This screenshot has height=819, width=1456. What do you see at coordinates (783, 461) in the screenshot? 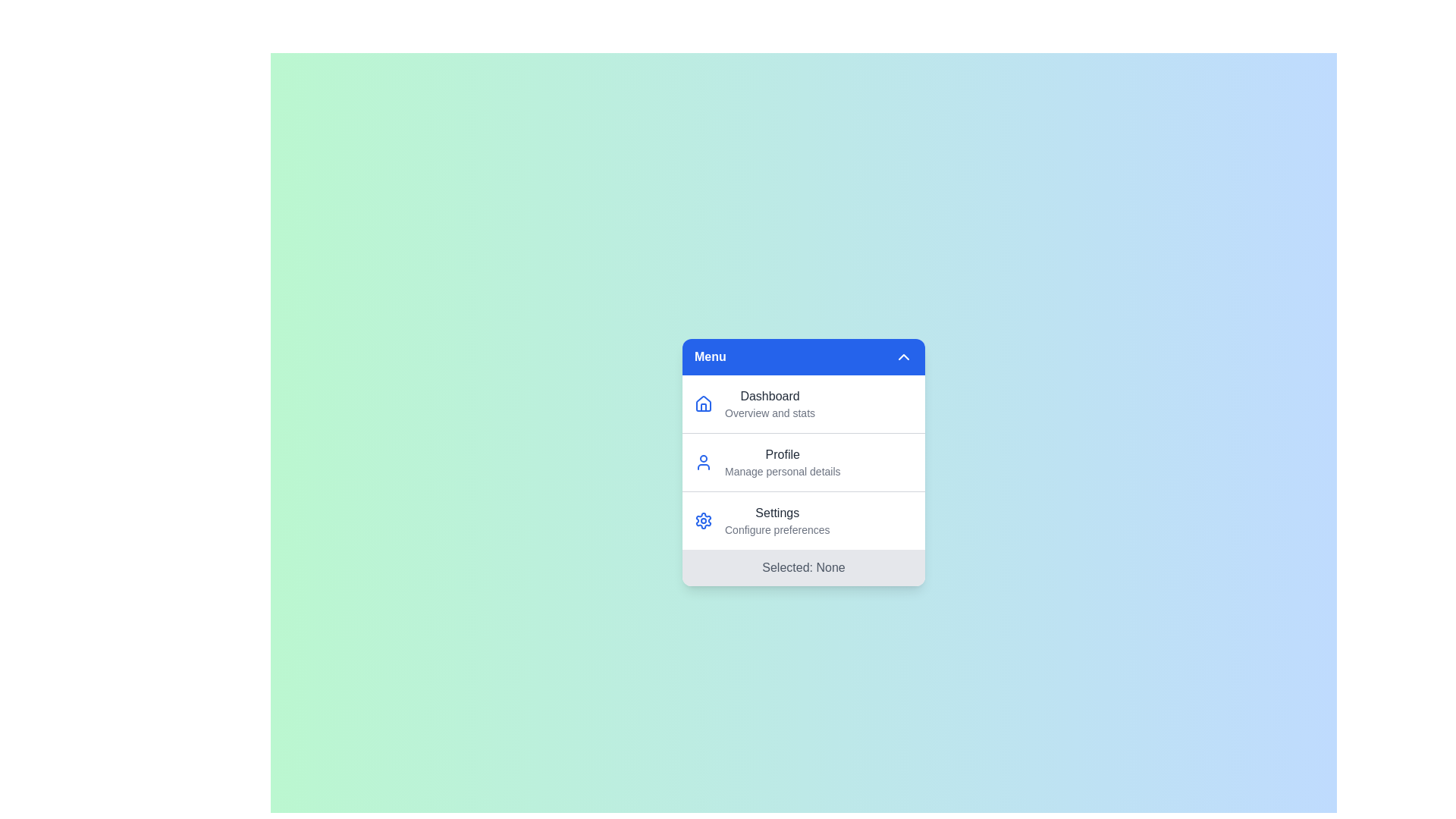
I see `the menu item Profile from the menu` at bounding box center [783, 461].